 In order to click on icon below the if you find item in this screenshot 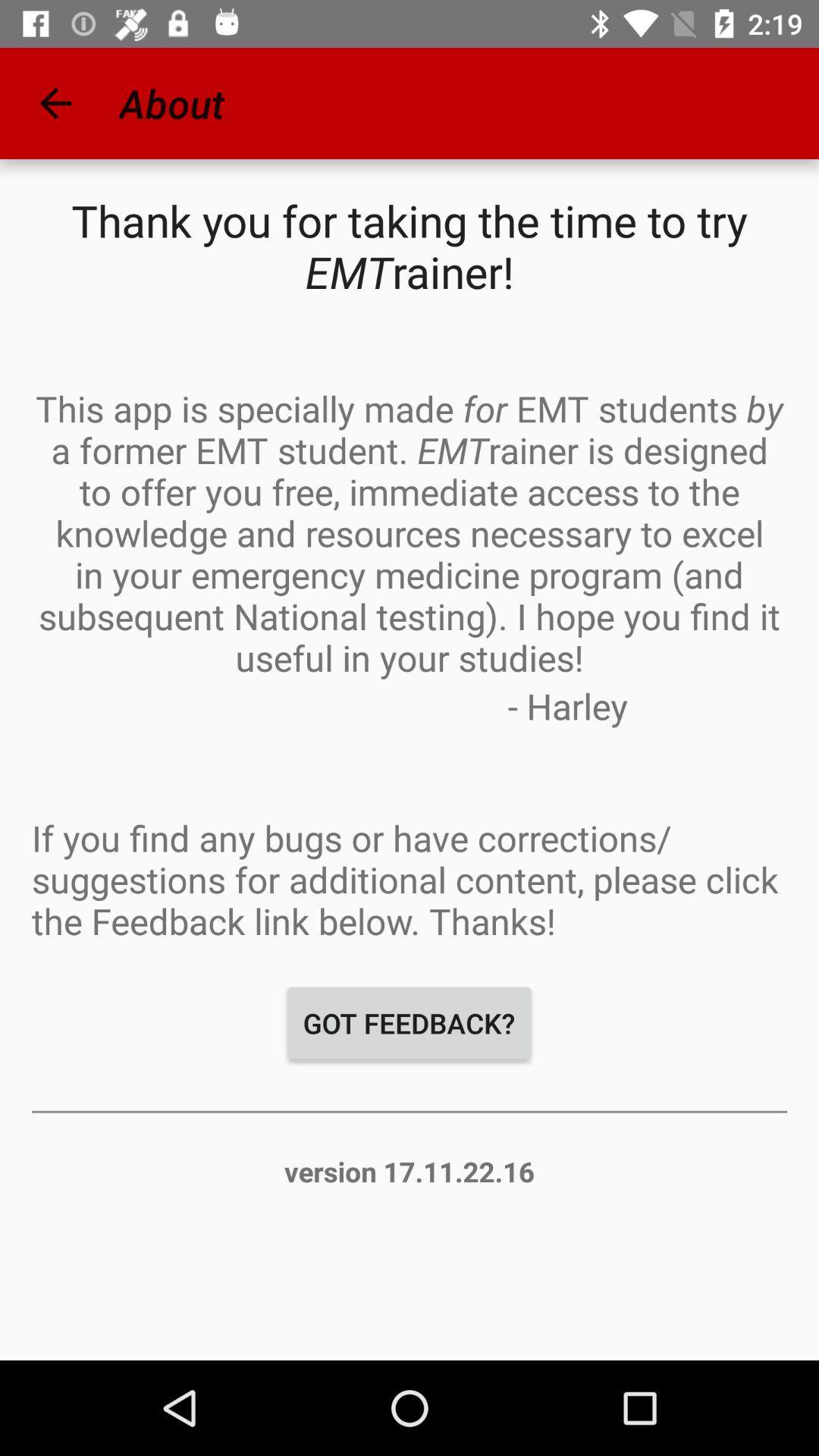, I will do `click(408, 1023)`.